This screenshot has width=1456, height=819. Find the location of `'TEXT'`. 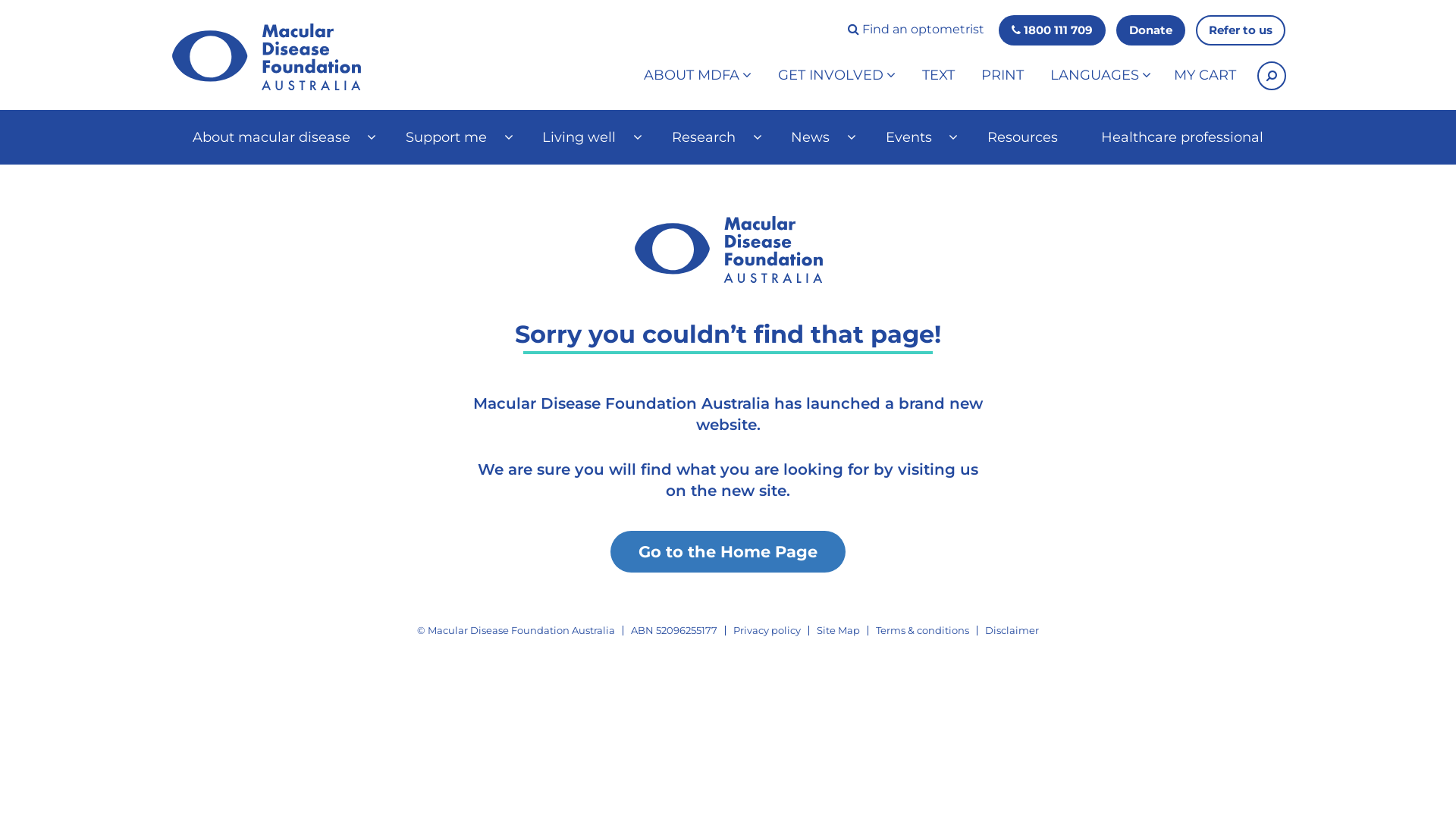

'TEXT' is located at coordinates (937, 76).